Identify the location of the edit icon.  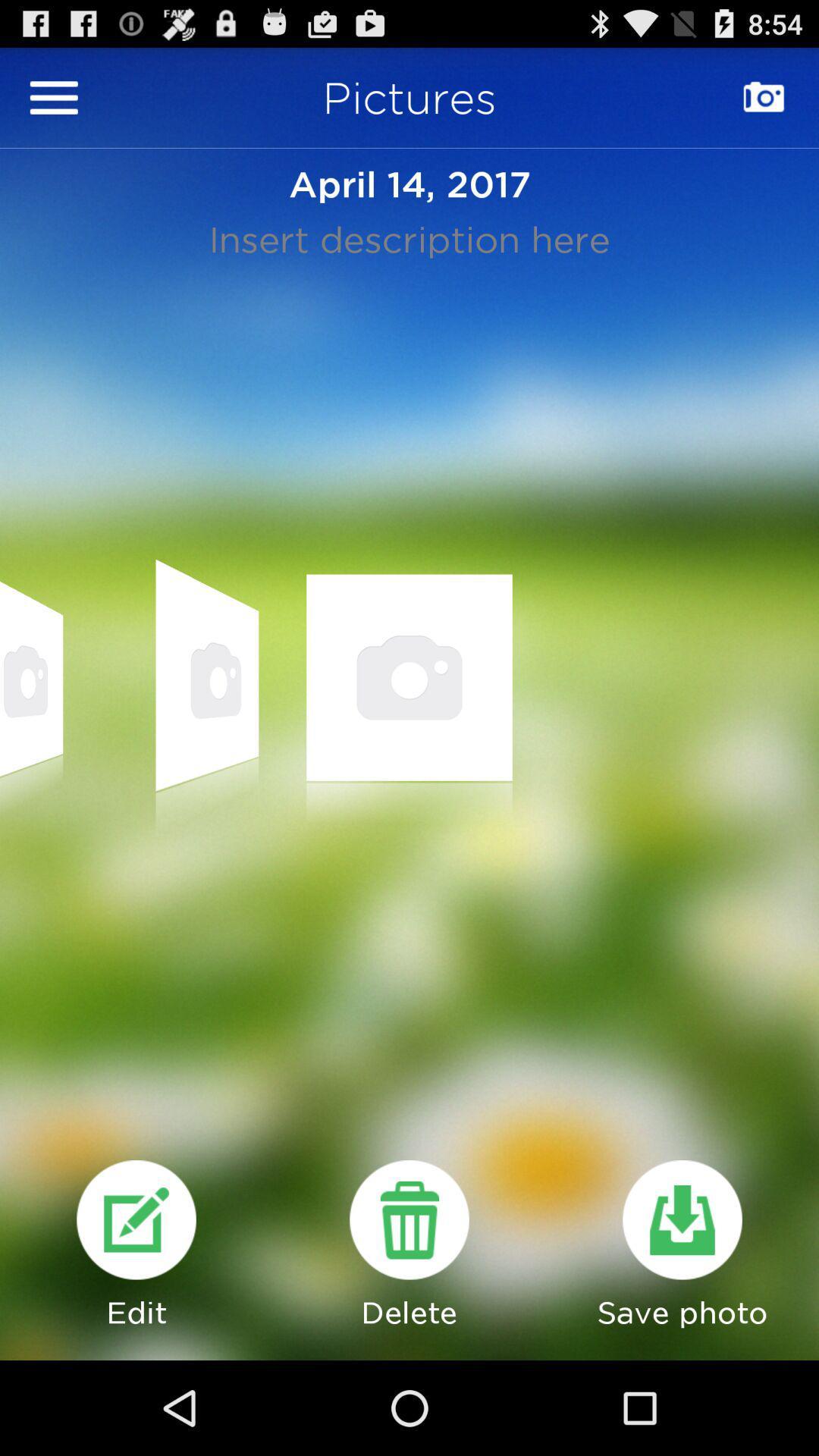
(136, 1304).